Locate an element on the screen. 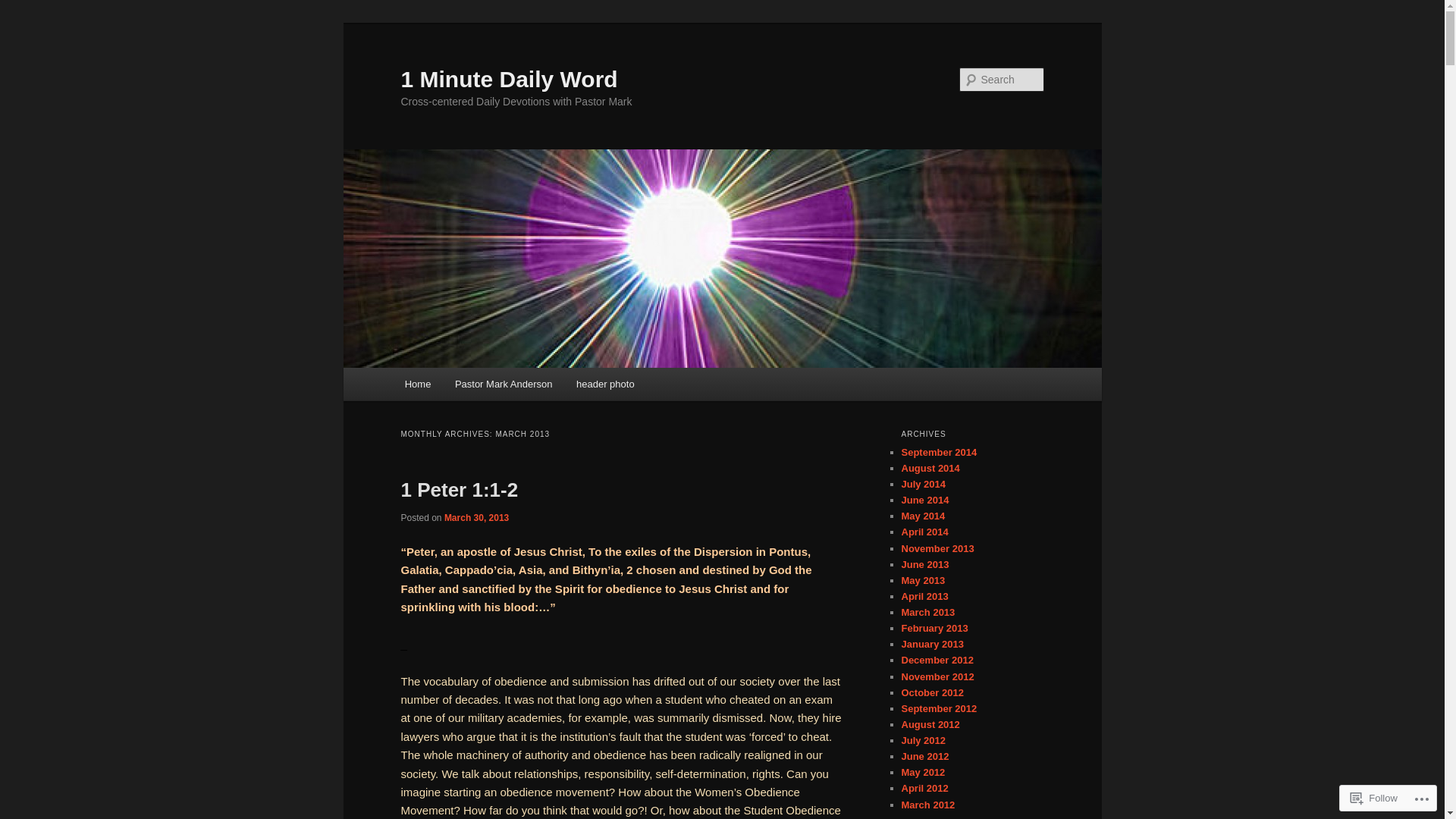 This screenshot has height=819, width=1456. 'December 2012' is located at coordinates (936, 659).